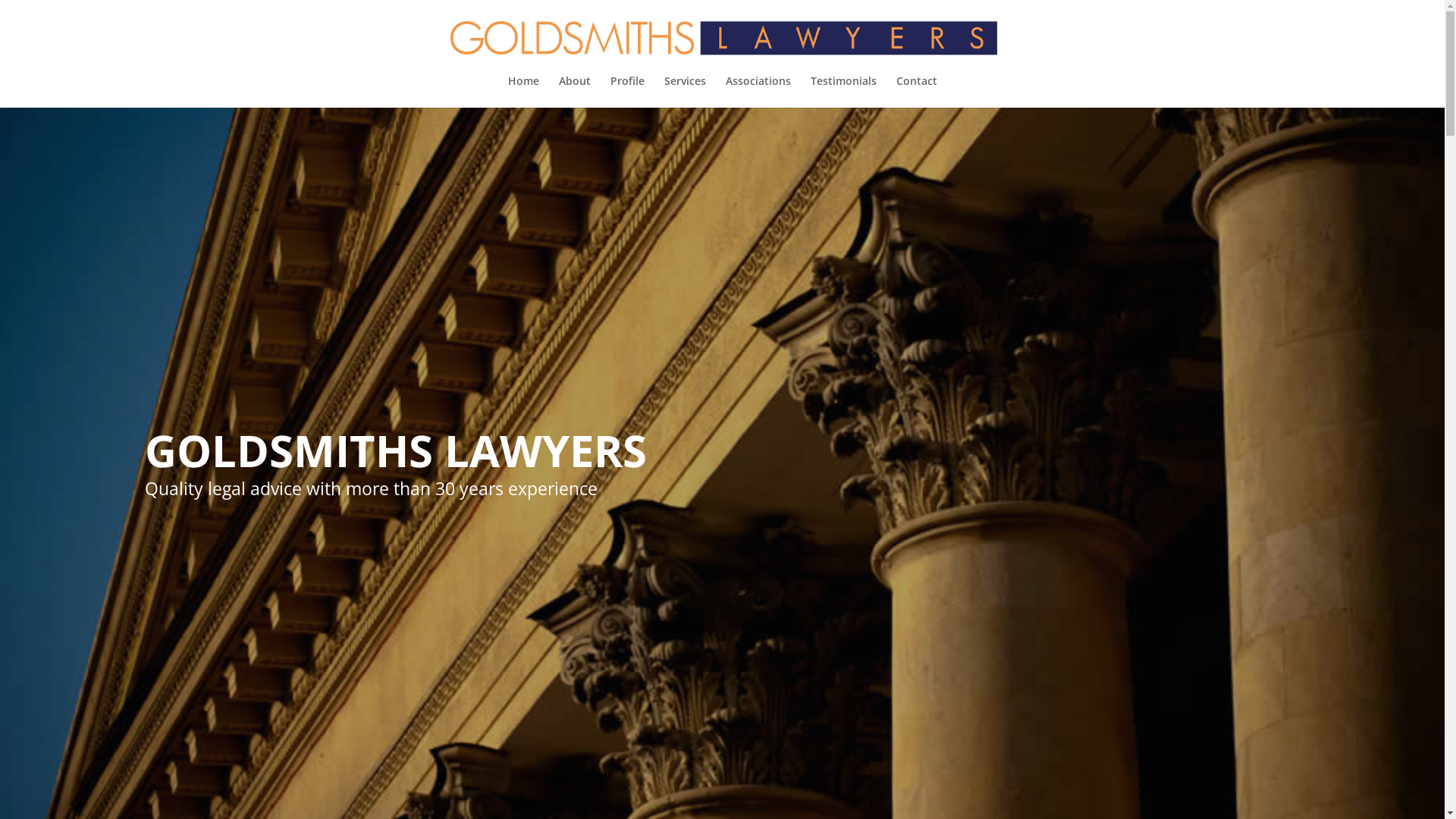  What do you see at coordinates (508, 91) in the screenshot?
I see `'Home'` at bounding box center [508, 91].